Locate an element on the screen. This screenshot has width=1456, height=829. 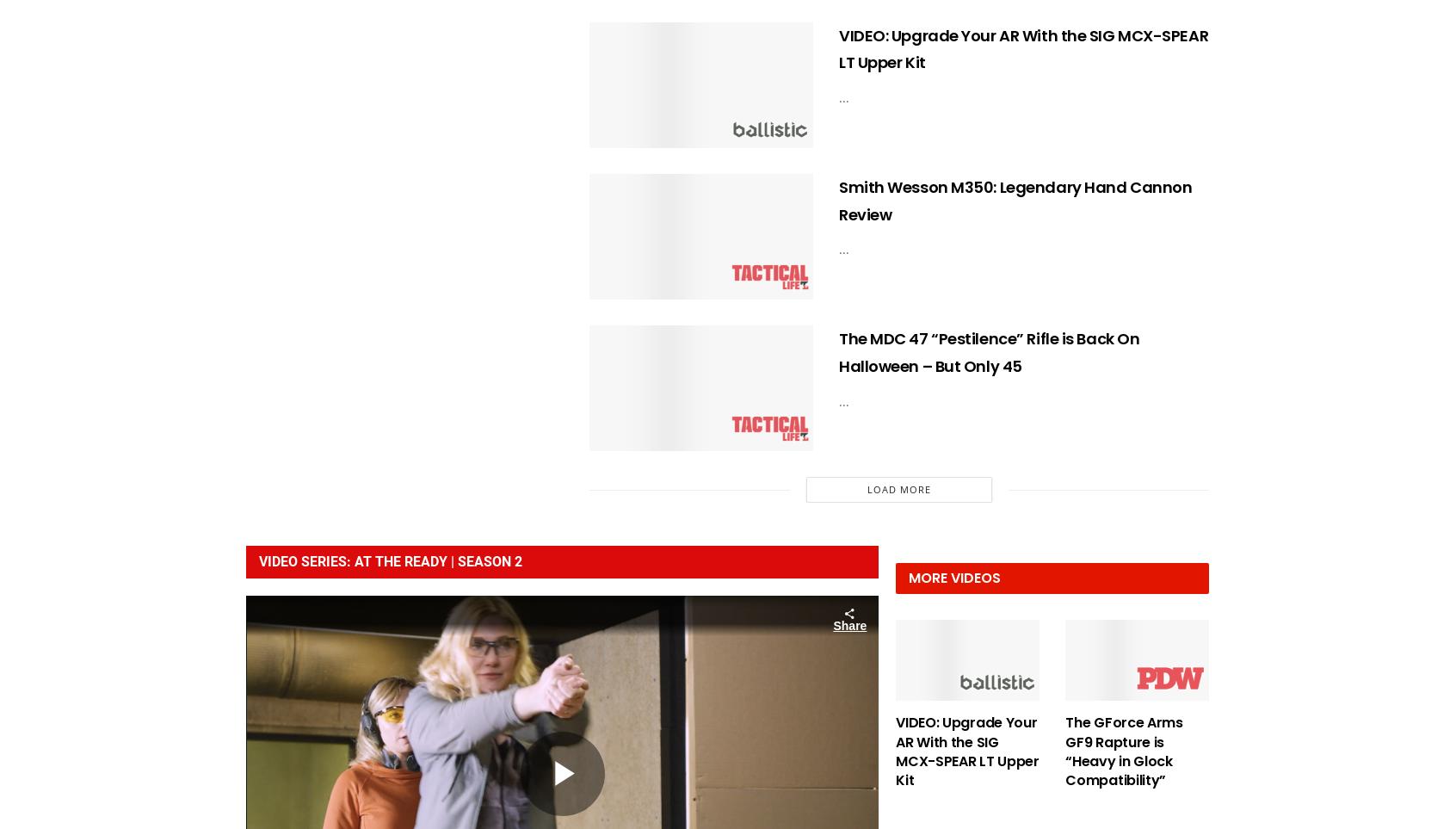
'AT THE READY | SEASON 2' is located at coordinates (355, 560).